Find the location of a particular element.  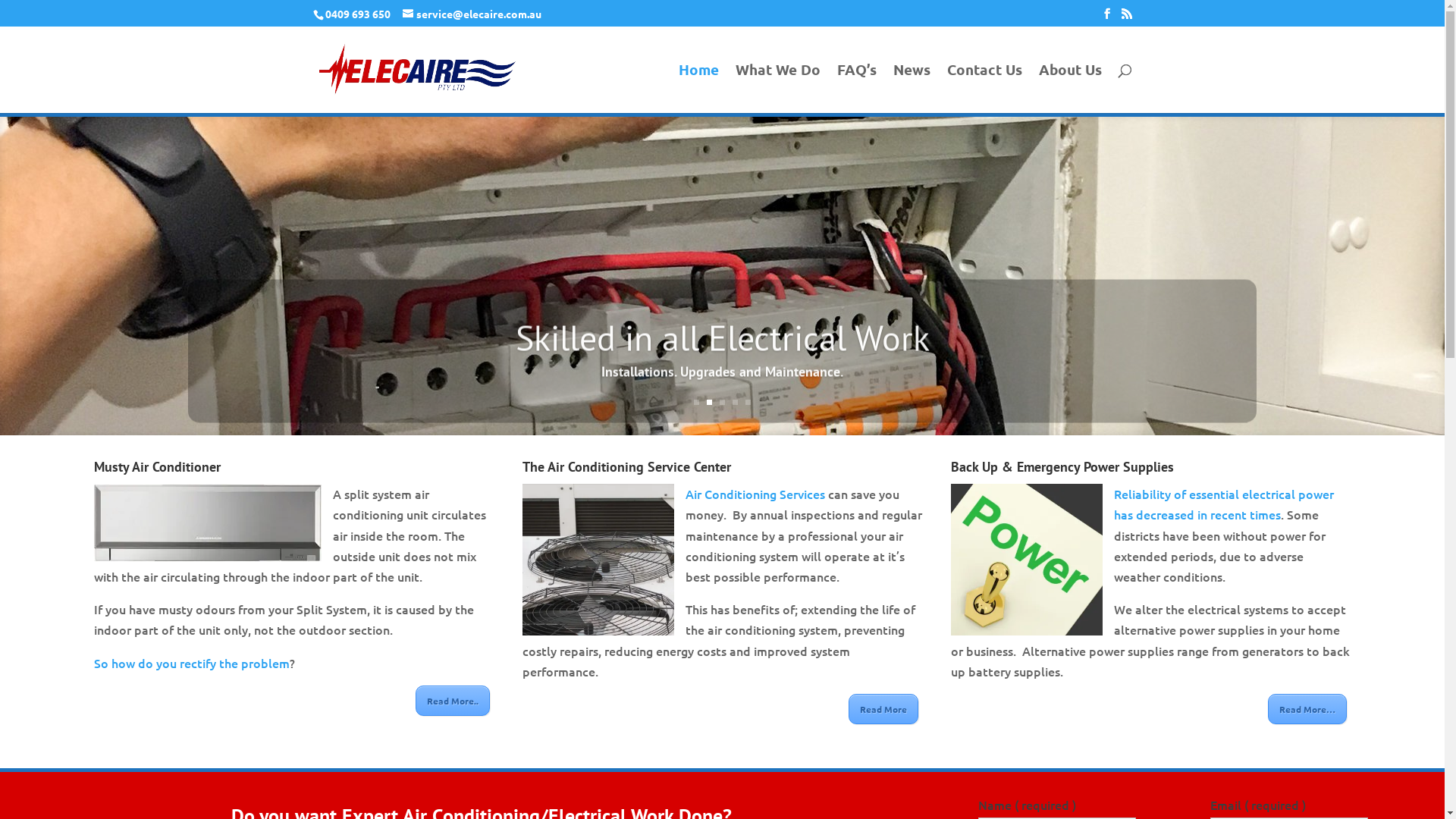

'5' is located at coordinates (745, 401).